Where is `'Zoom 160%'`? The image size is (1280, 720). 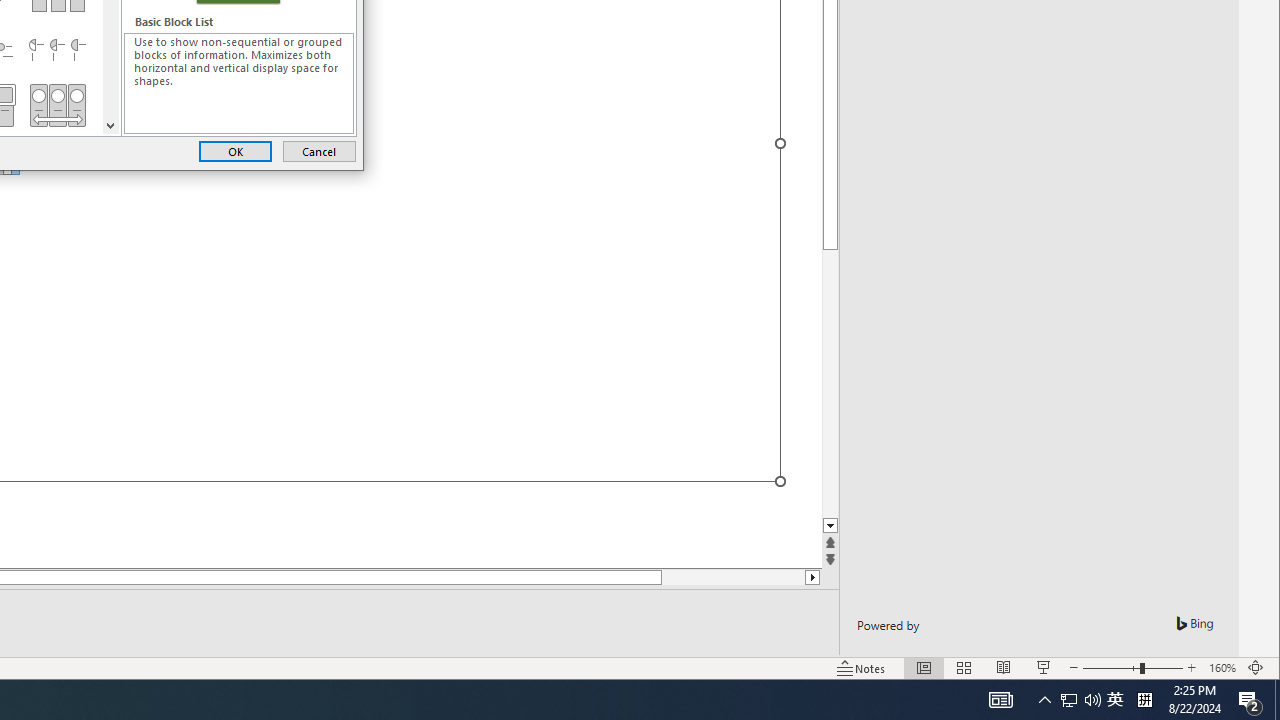 'Zoom 160%' is located at coordinates (1221, 668).